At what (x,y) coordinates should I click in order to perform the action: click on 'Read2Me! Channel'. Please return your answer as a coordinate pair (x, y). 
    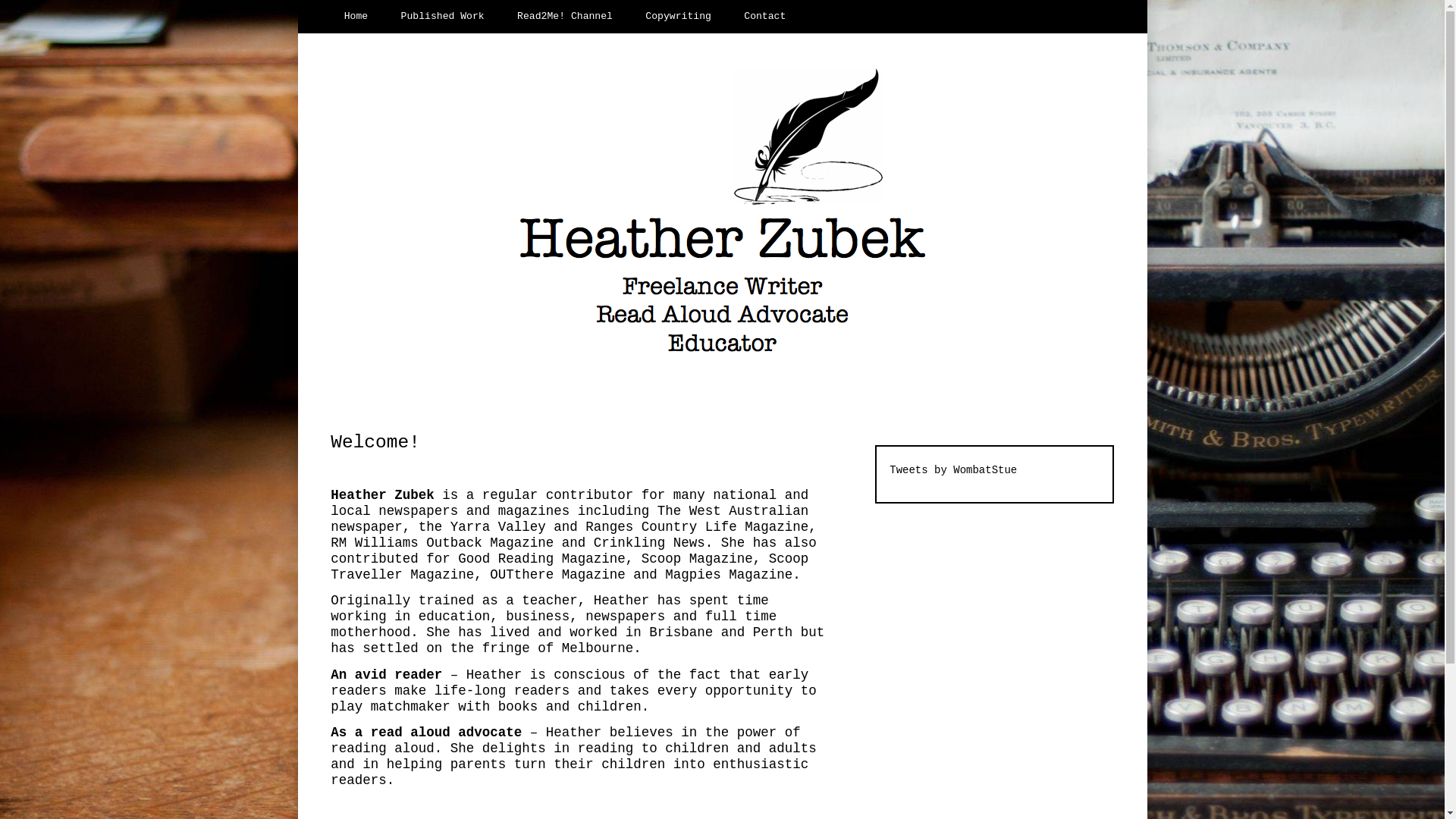
    Looking at the image, I should click on (564, 17).